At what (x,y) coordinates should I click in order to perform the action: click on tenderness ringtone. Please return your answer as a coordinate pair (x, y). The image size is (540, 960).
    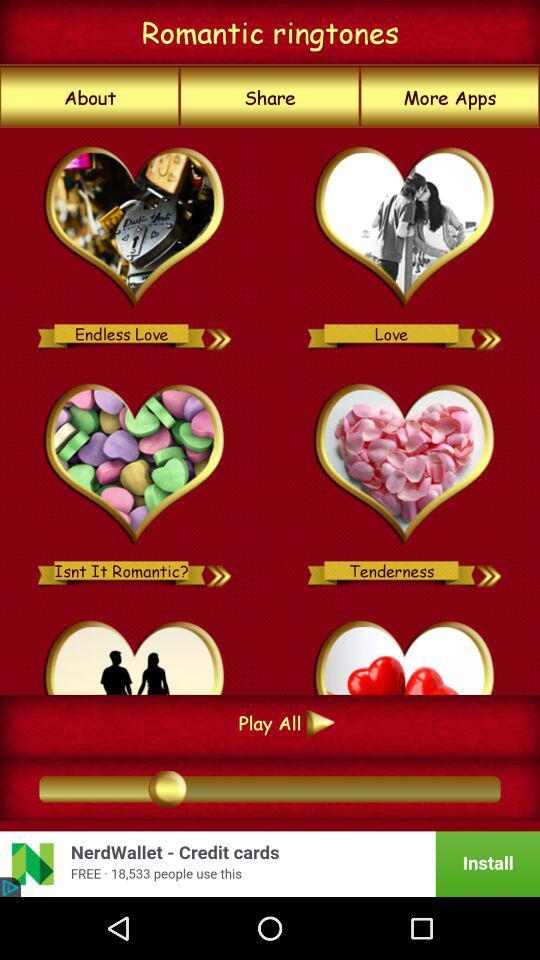
    Looking at the image, I should click on (405, 465).